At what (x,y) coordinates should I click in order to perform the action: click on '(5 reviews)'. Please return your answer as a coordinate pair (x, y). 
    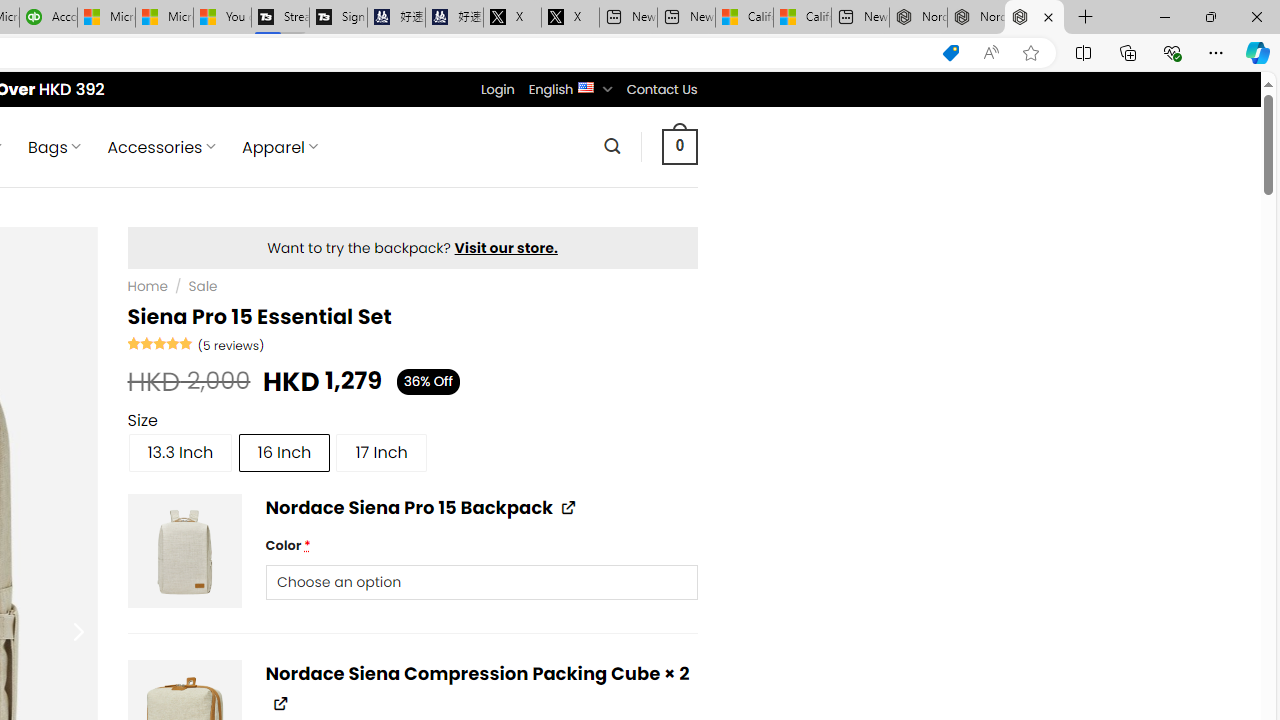
    Looking at the image, I should click on (231, 343).